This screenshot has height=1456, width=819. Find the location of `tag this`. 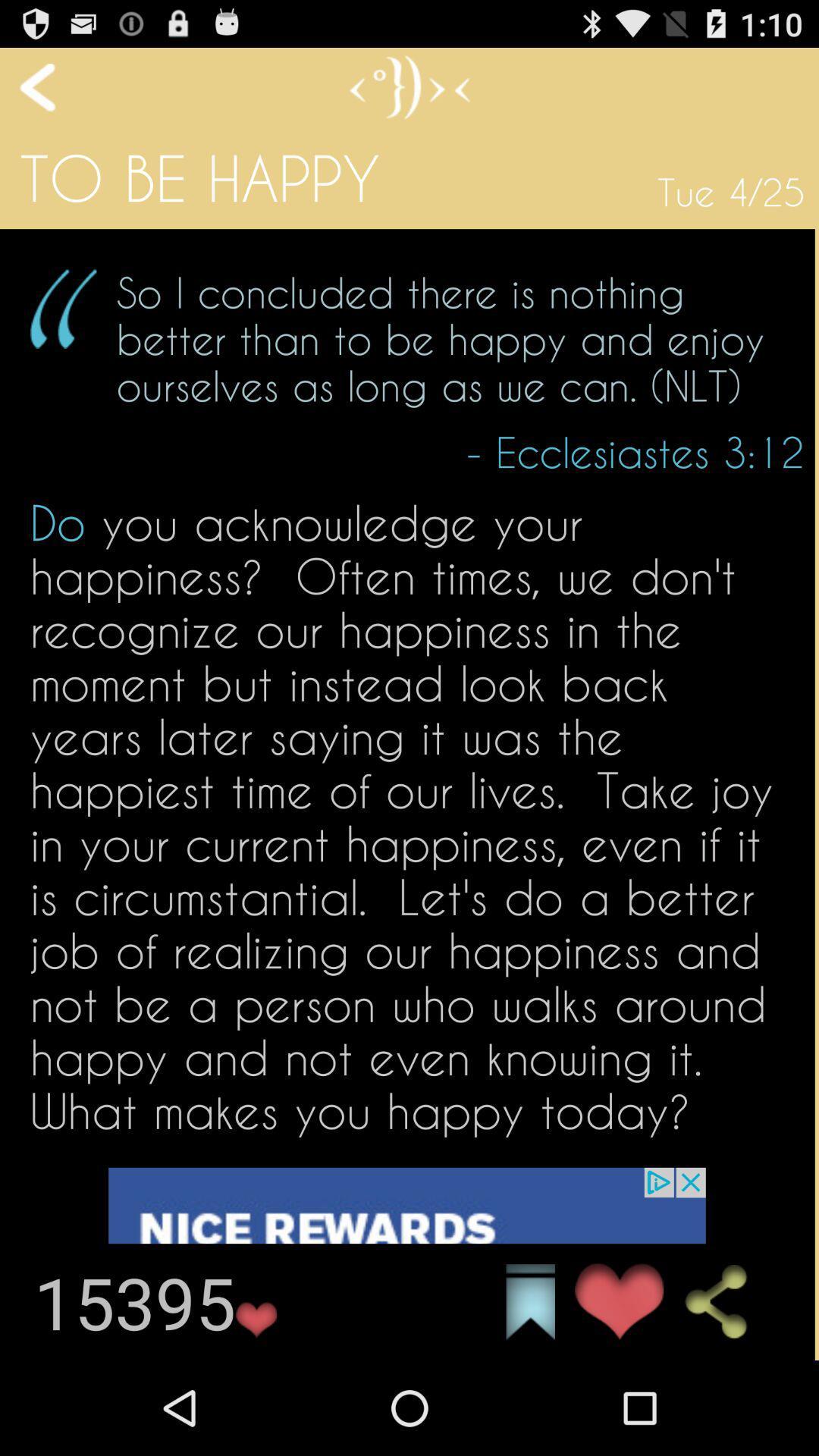

tag this is located at coordinates (529, 1301).